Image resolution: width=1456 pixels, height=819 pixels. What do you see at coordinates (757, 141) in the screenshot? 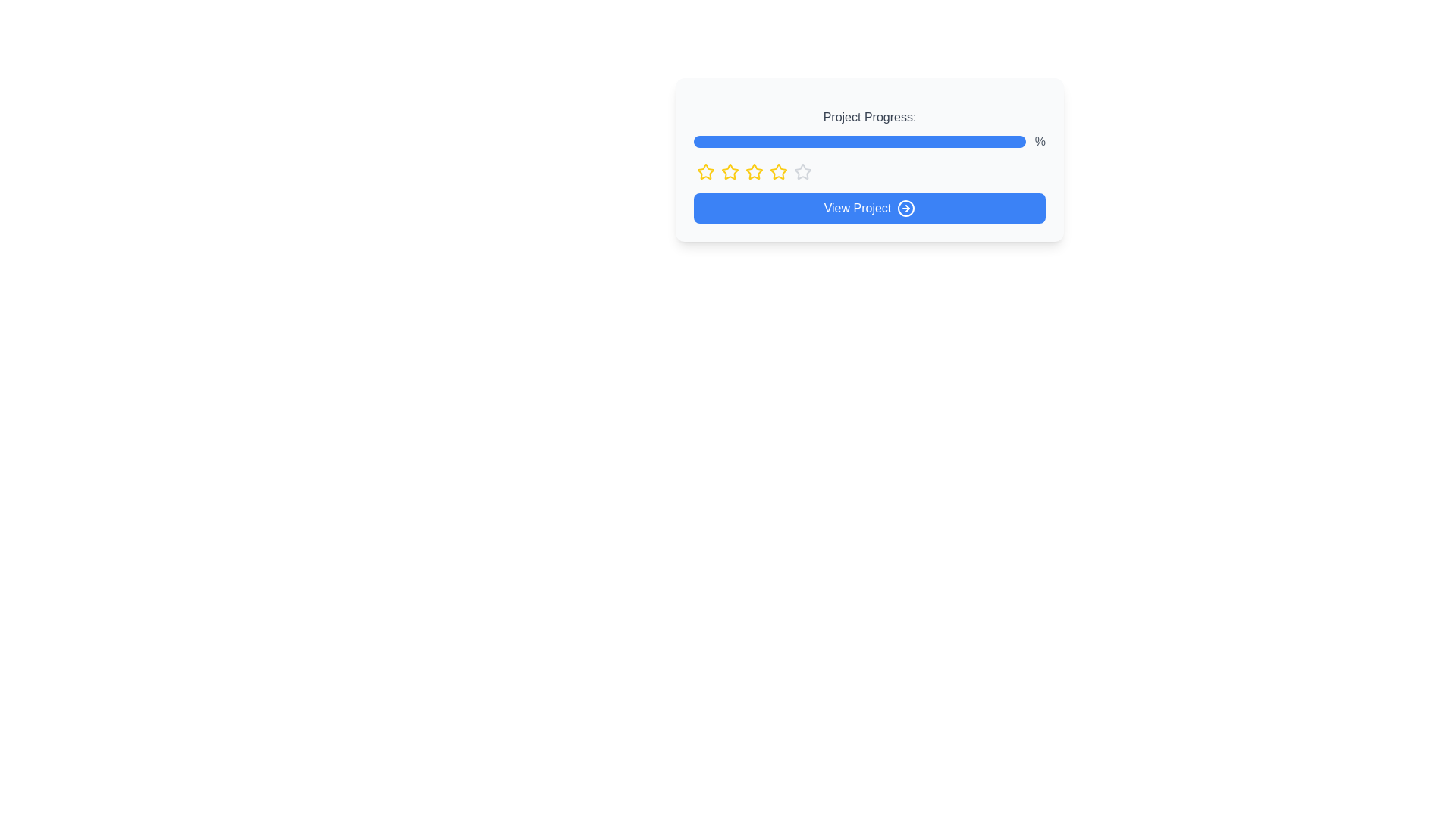
I see `progress` at bounding box center [757, 141].